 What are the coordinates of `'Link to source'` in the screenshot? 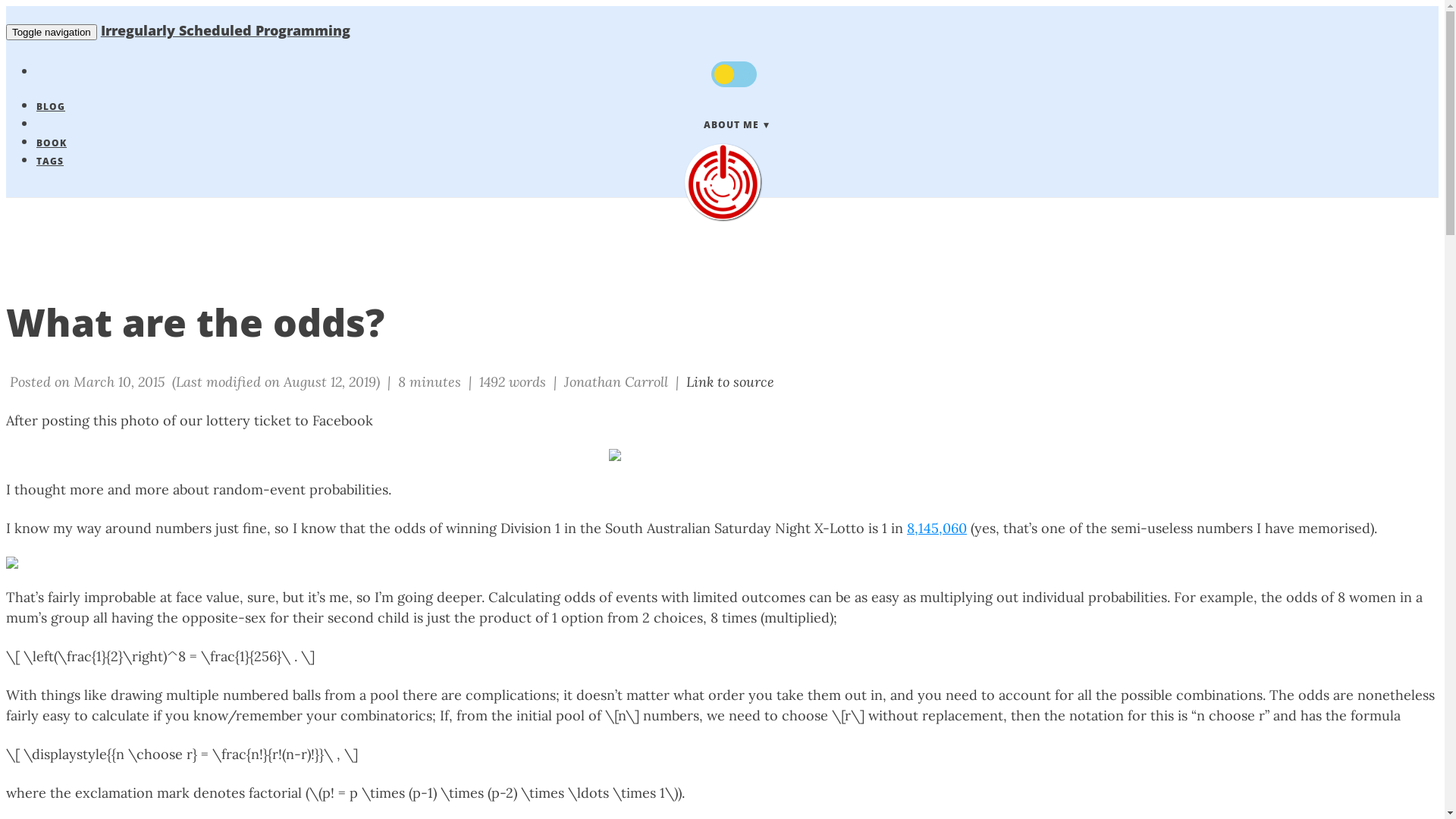 It's located at (730, 381).